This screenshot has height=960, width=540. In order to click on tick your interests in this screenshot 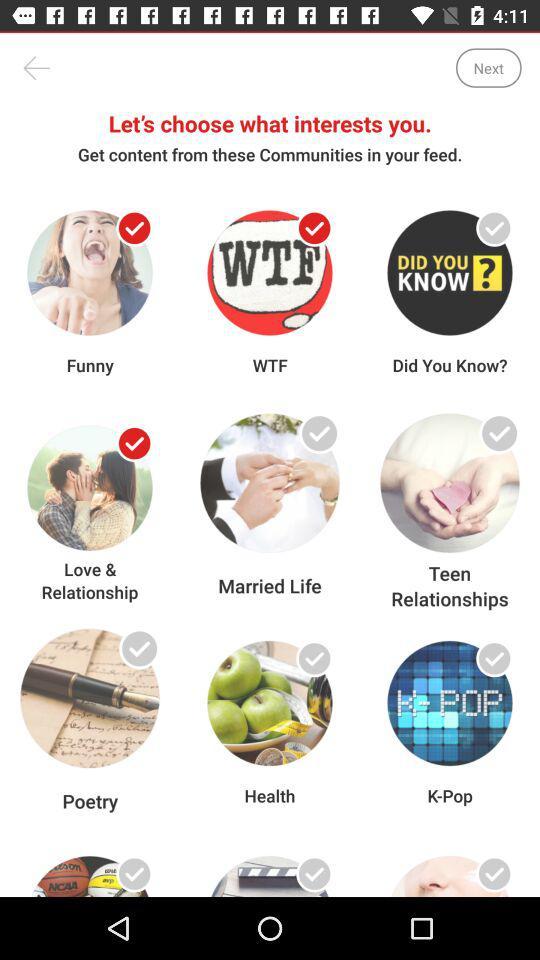, I will do `click(134, 873)`.